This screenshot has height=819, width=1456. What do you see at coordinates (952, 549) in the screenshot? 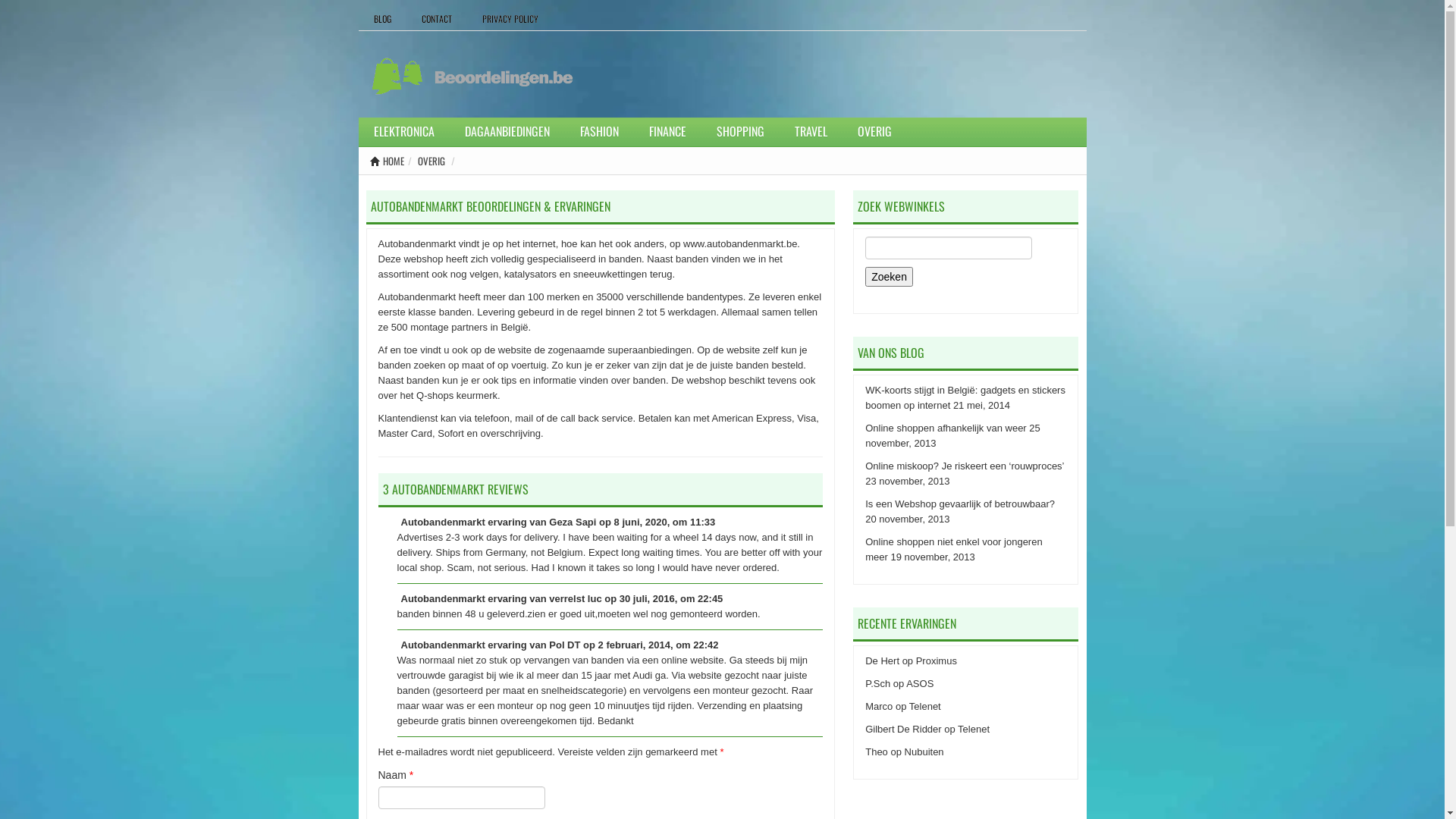
I see `'Online shoppen niet enkel voor jongeren meer'` at bounding box center [952, 549].